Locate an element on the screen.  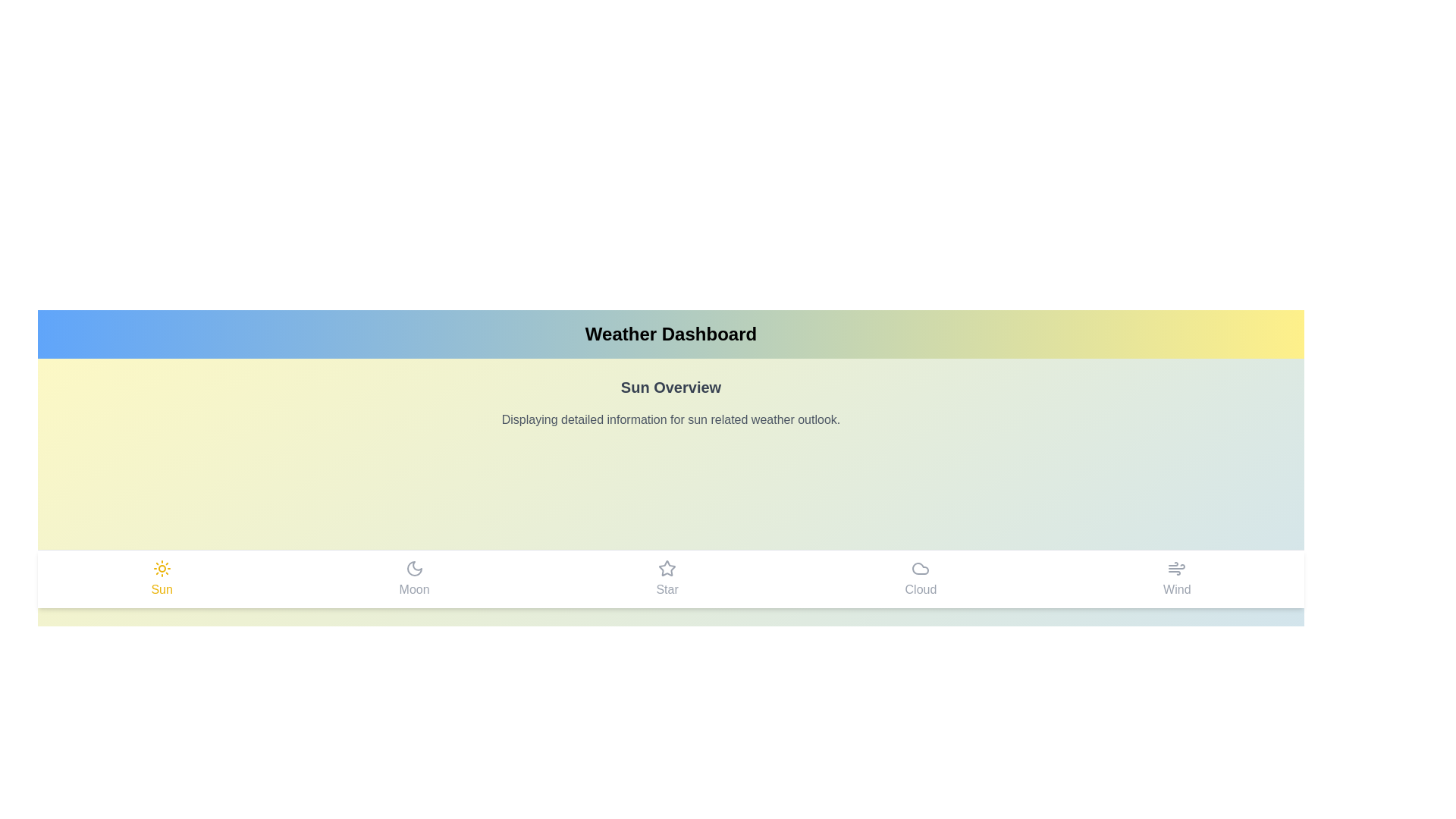
the Sun tab in the navigation bar is located at coordinates (162, 579).